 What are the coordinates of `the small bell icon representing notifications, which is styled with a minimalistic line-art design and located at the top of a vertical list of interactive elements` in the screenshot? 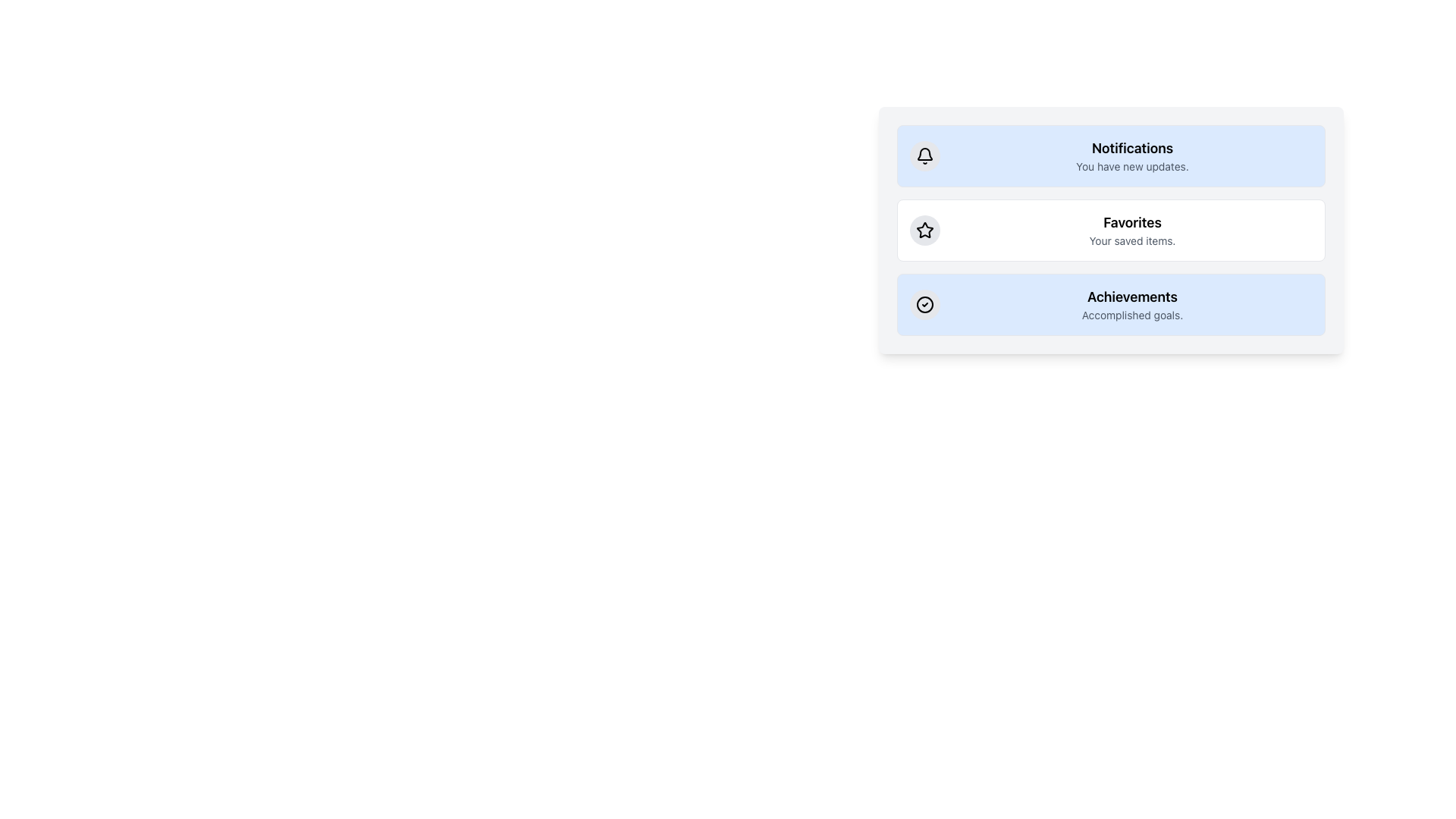 It's located at (924, 155).